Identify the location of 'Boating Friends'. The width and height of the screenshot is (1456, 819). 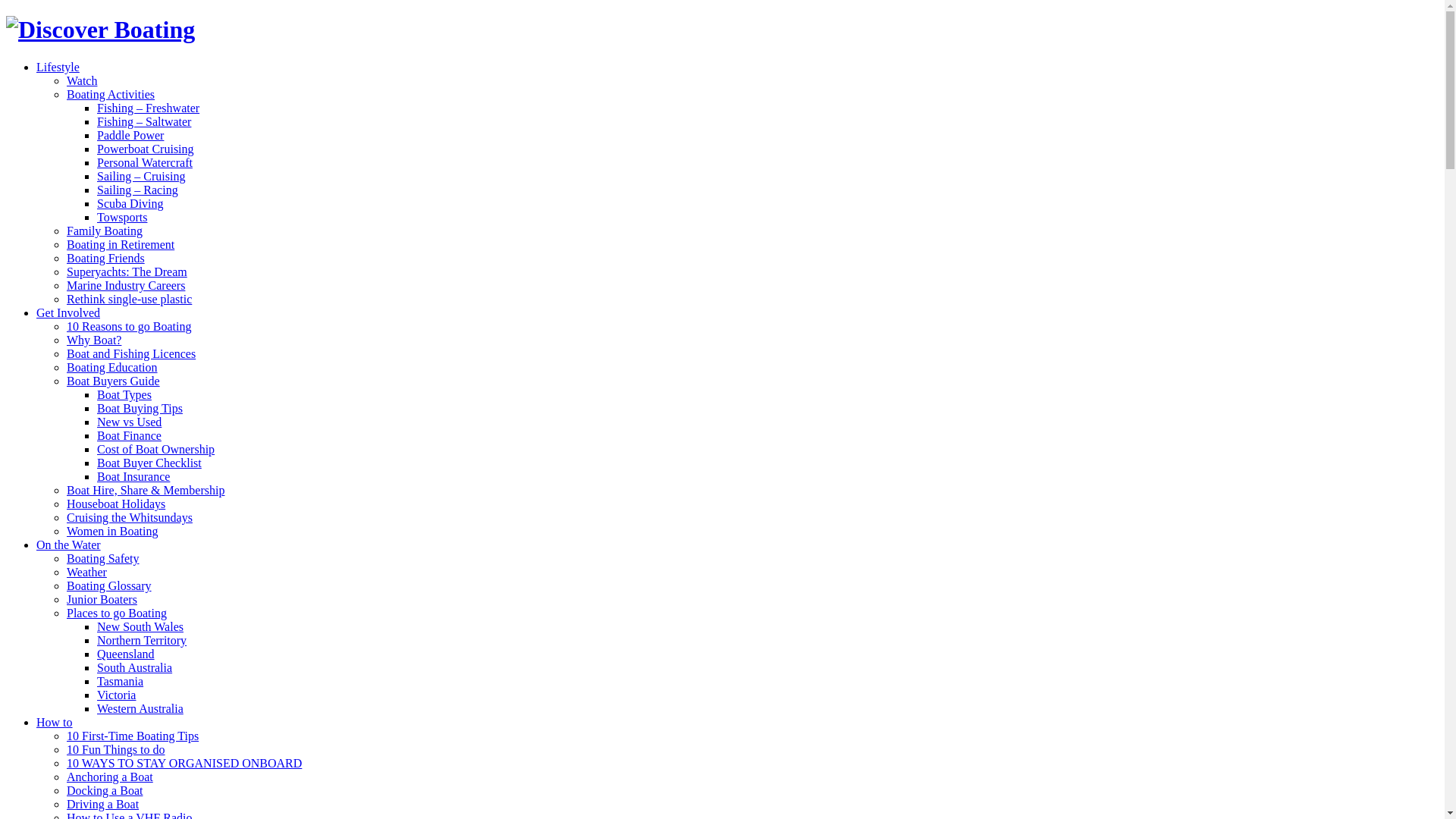
(105, 257).